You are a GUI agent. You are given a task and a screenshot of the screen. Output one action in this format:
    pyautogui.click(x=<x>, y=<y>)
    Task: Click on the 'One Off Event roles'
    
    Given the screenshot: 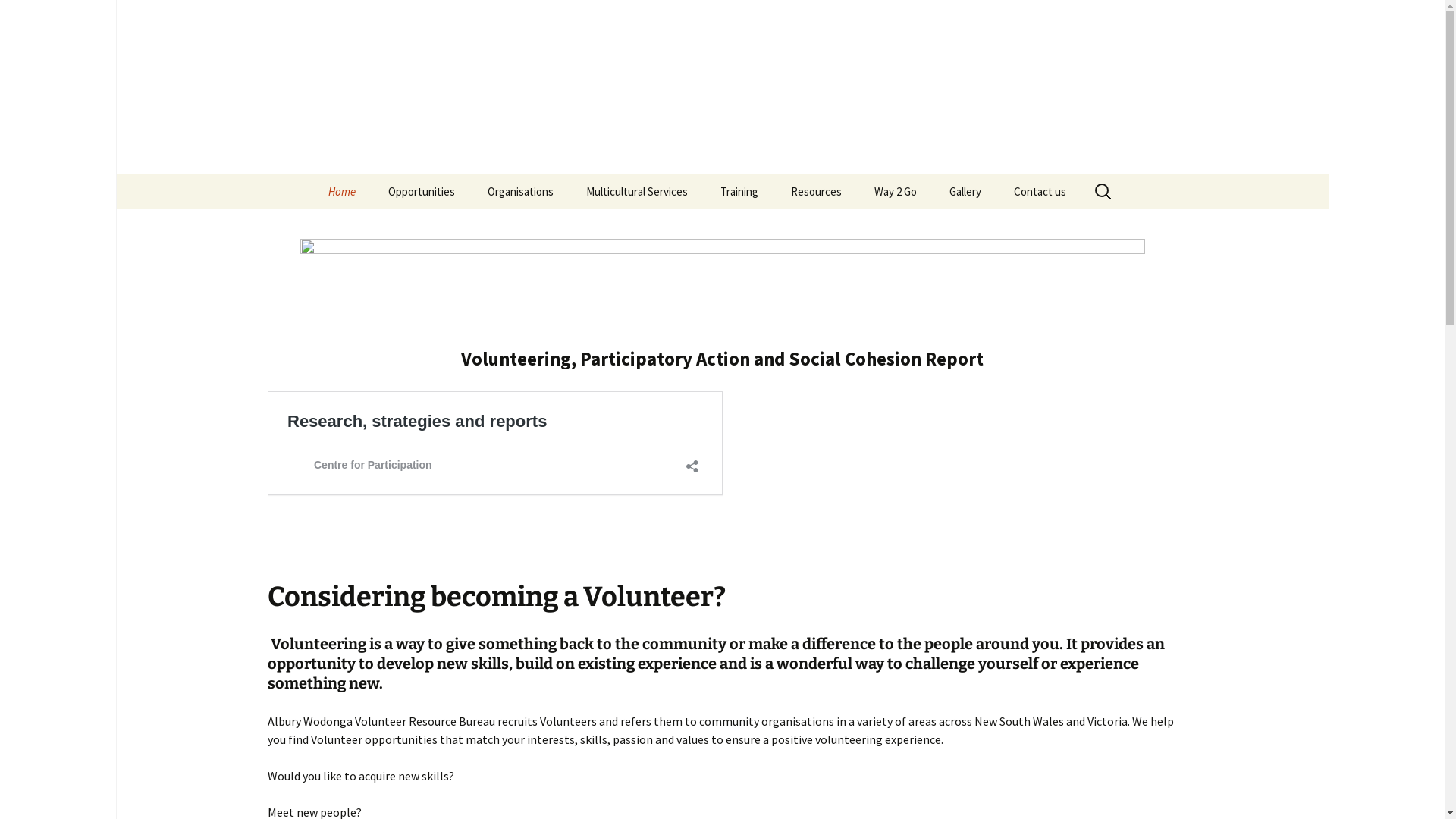 What is the action you would take?
    pyautogui.click(x=447, y=225)
    